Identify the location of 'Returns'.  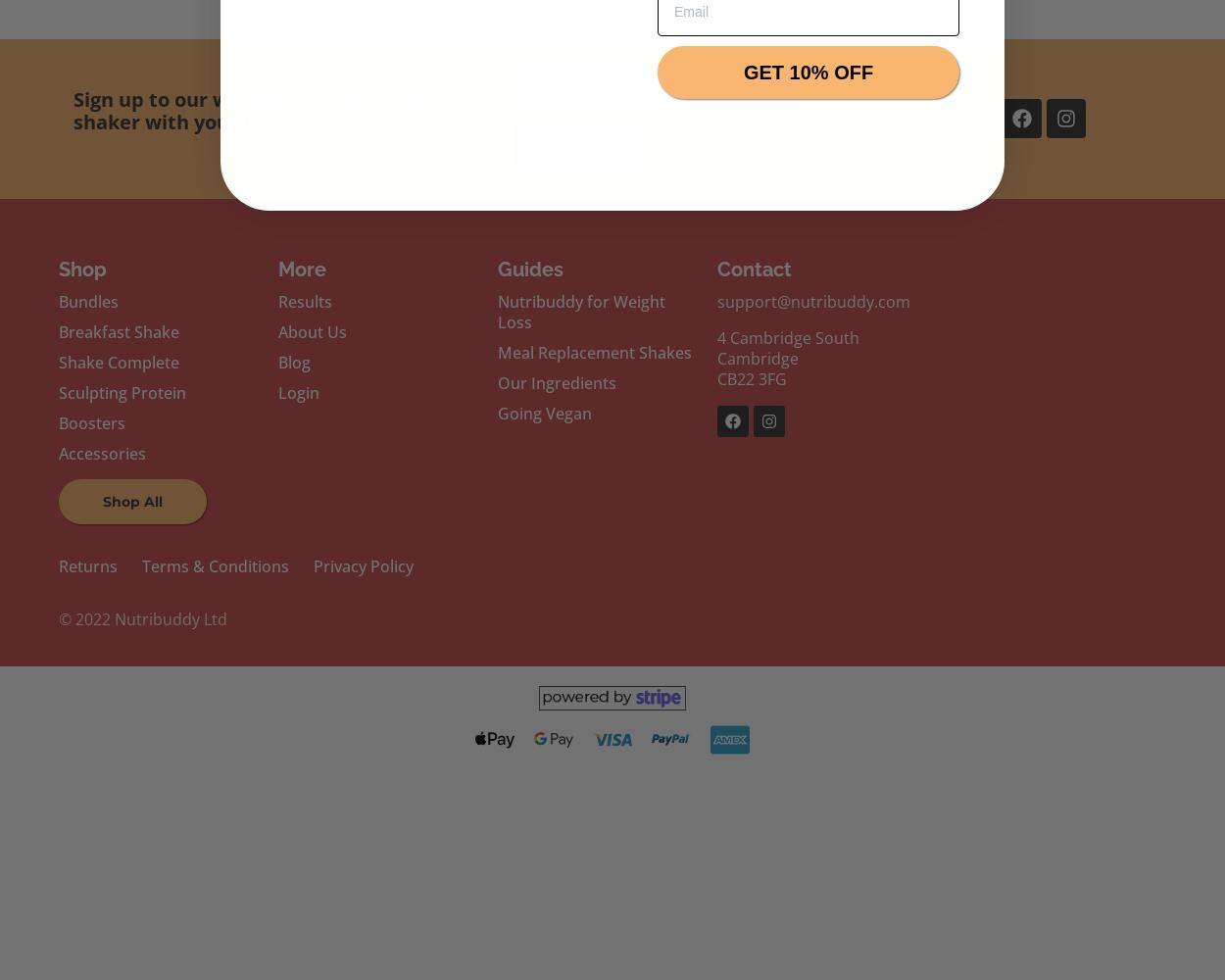
(86, 565).